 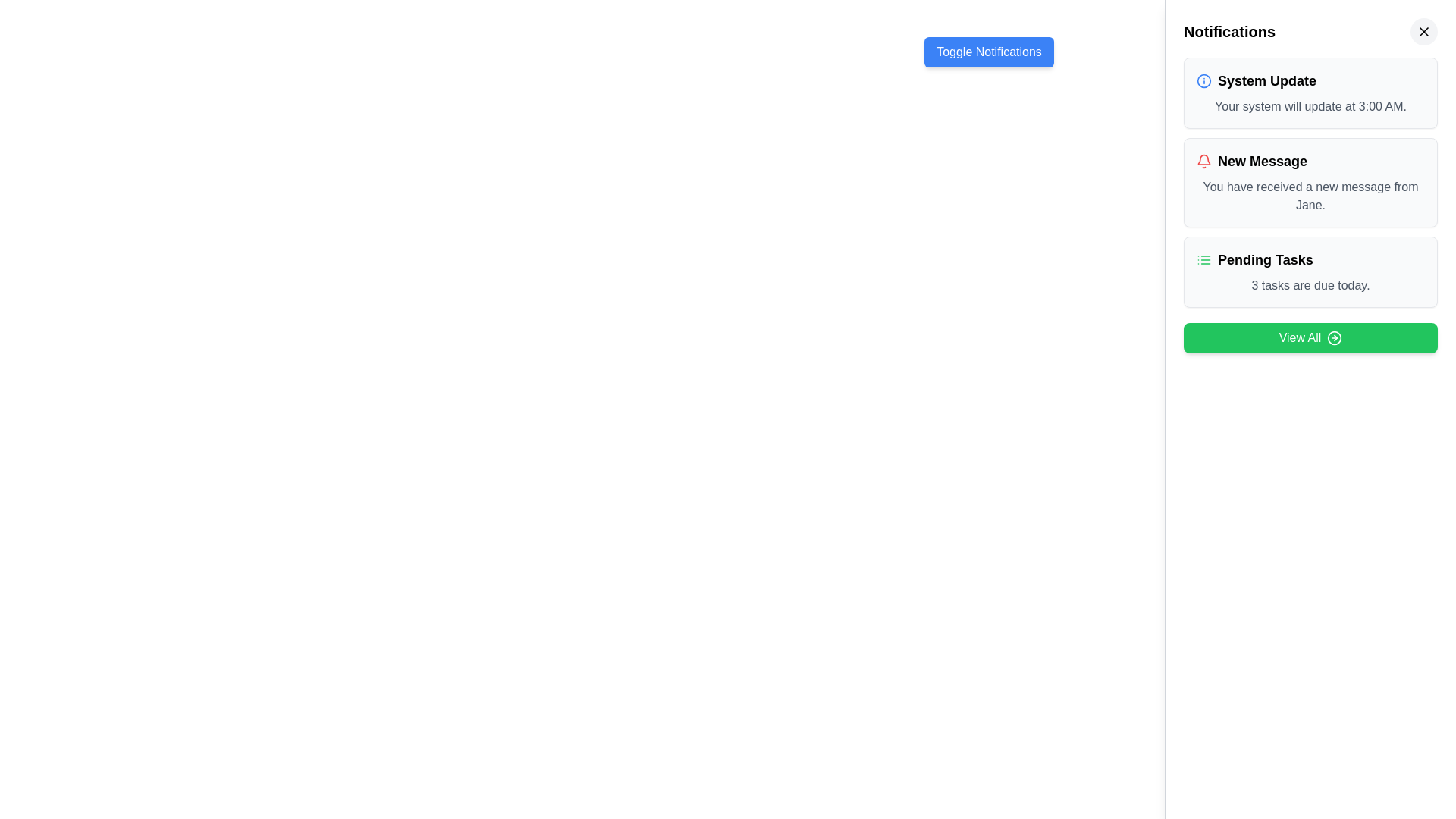 I want to click on the SVG Circle that serves as the outline for the information icon beside the 'System Update' notification, so click(x=1203, y=81).